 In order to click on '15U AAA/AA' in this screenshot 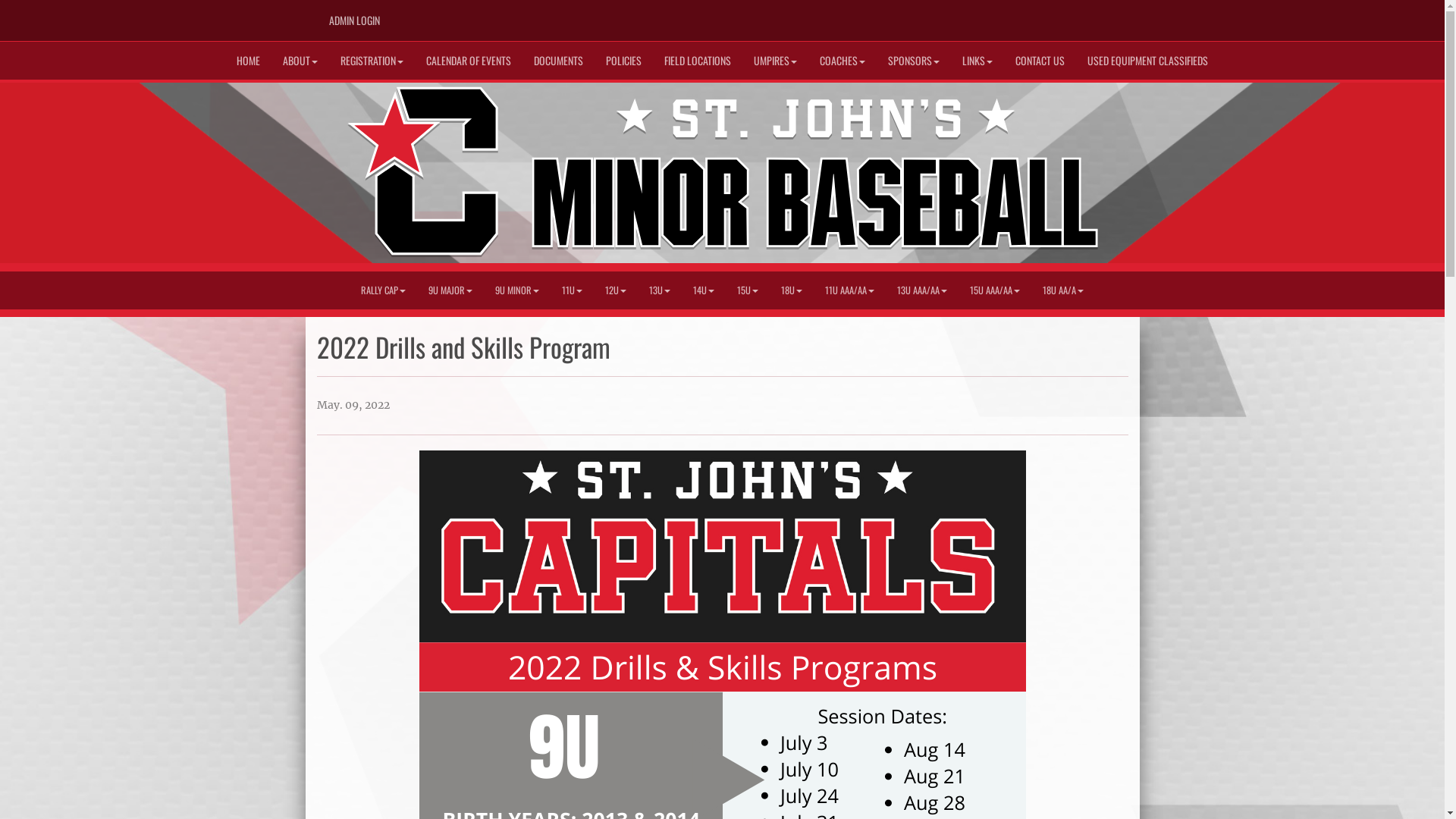, I will do `click(994, 290)`.